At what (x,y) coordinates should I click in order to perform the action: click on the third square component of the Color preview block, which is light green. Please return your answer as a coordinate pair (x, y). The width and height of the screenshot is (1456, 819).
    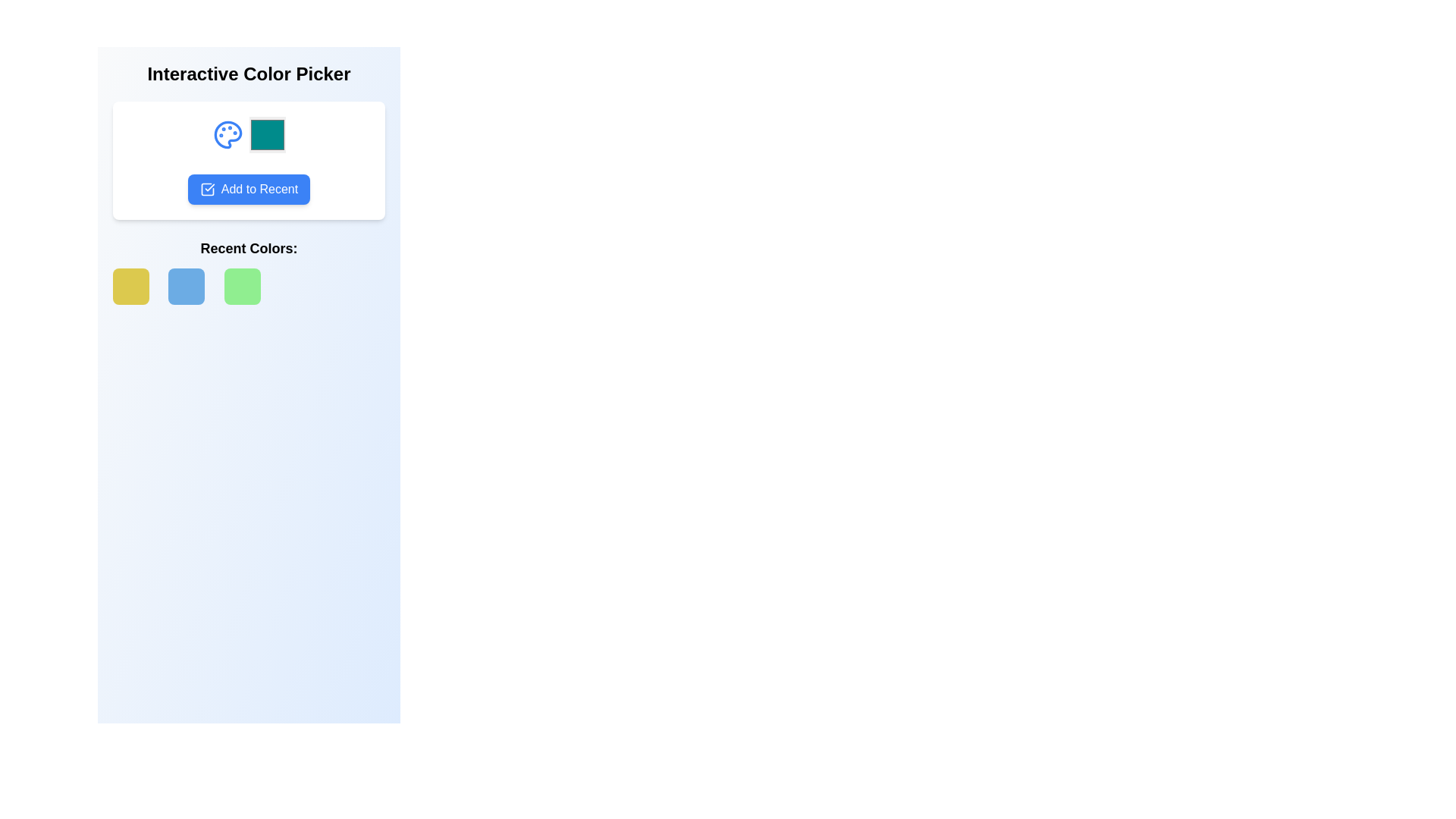
    Looking at the image, I should click on (249, 287).